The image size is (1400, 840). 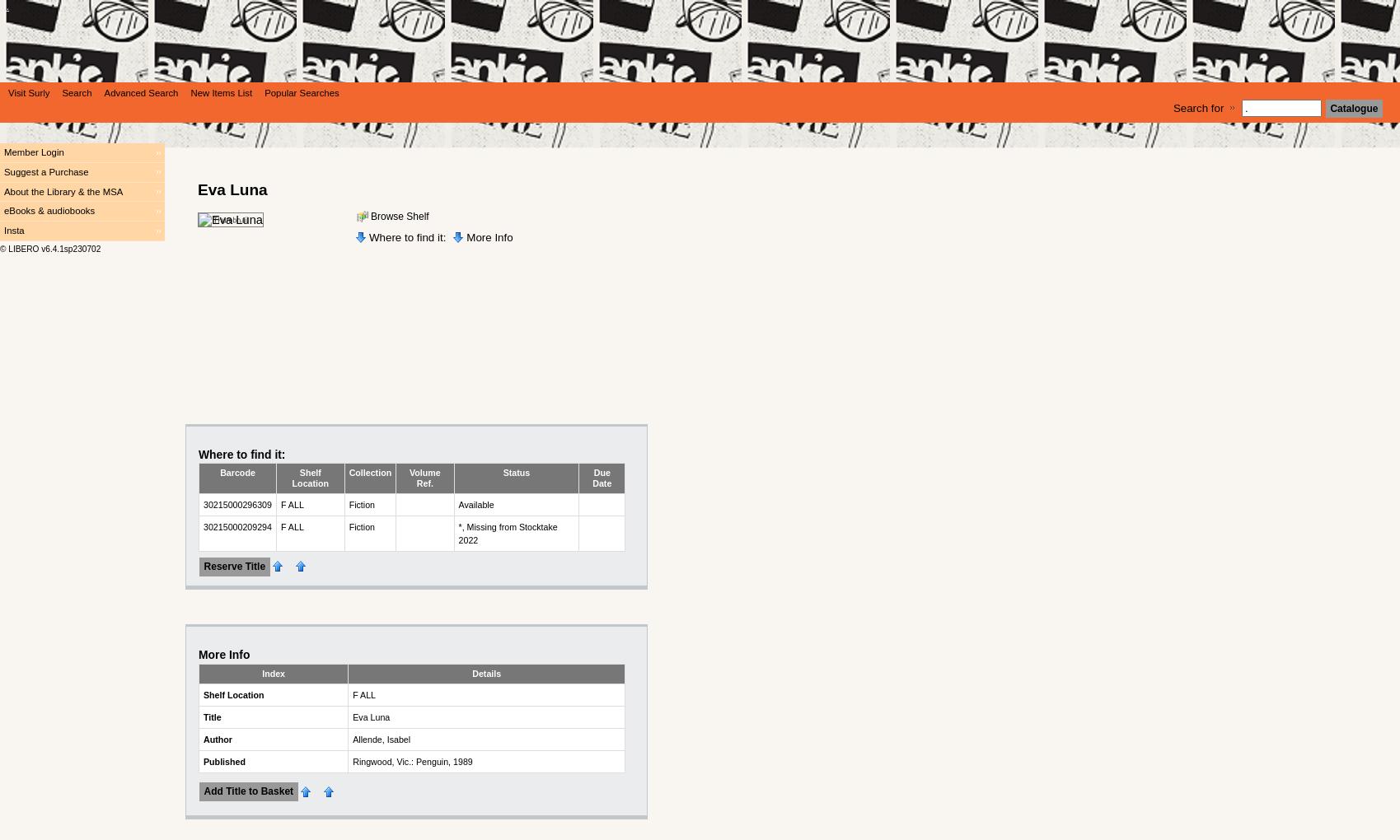 What do you see at coordinates (381, 738) in the screenshot?
I see `'Allende, Isabel'` at bounding box center [381, 738].